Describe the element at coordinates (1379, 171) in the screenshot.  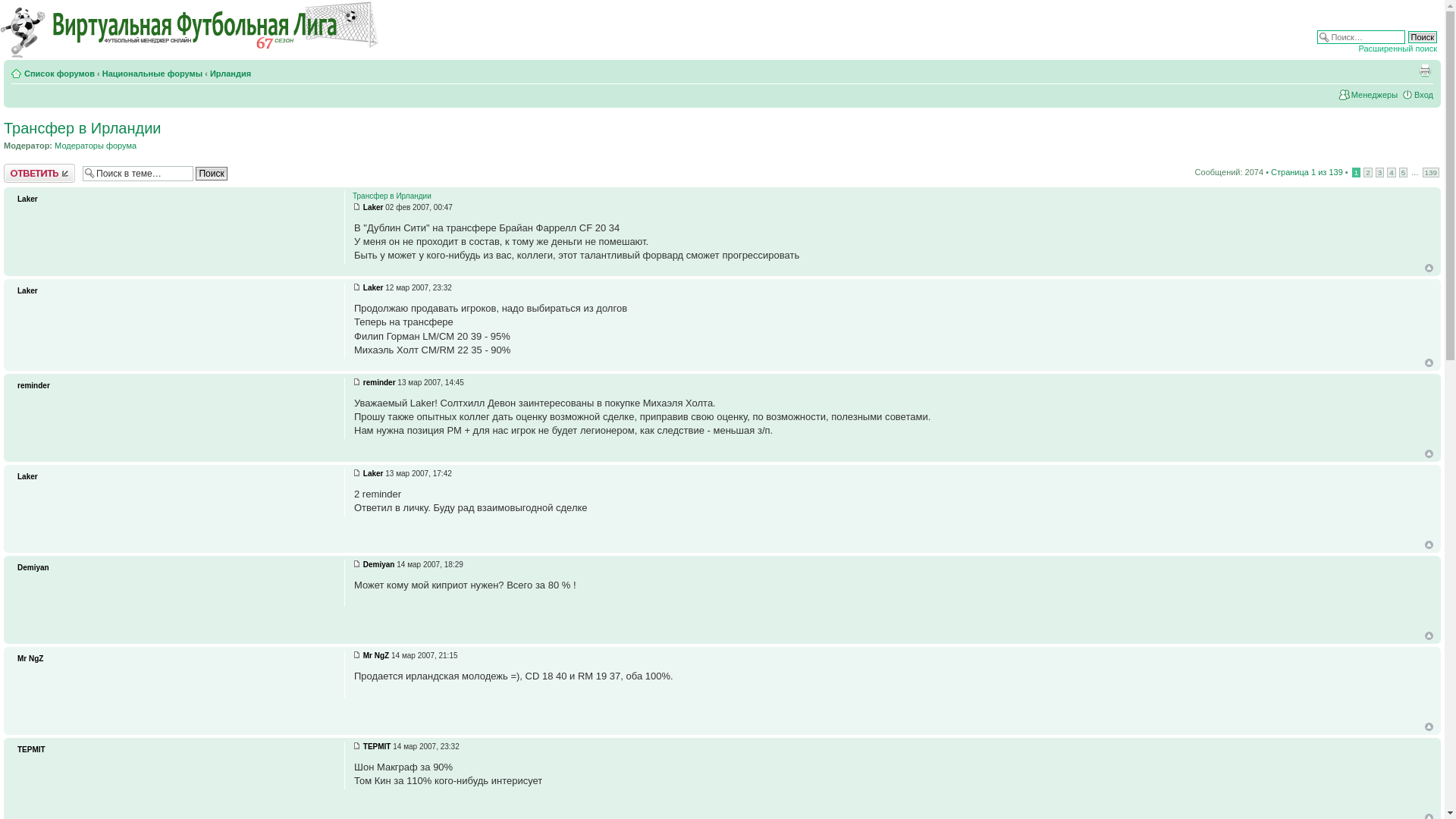
I see `'3'` at that location.